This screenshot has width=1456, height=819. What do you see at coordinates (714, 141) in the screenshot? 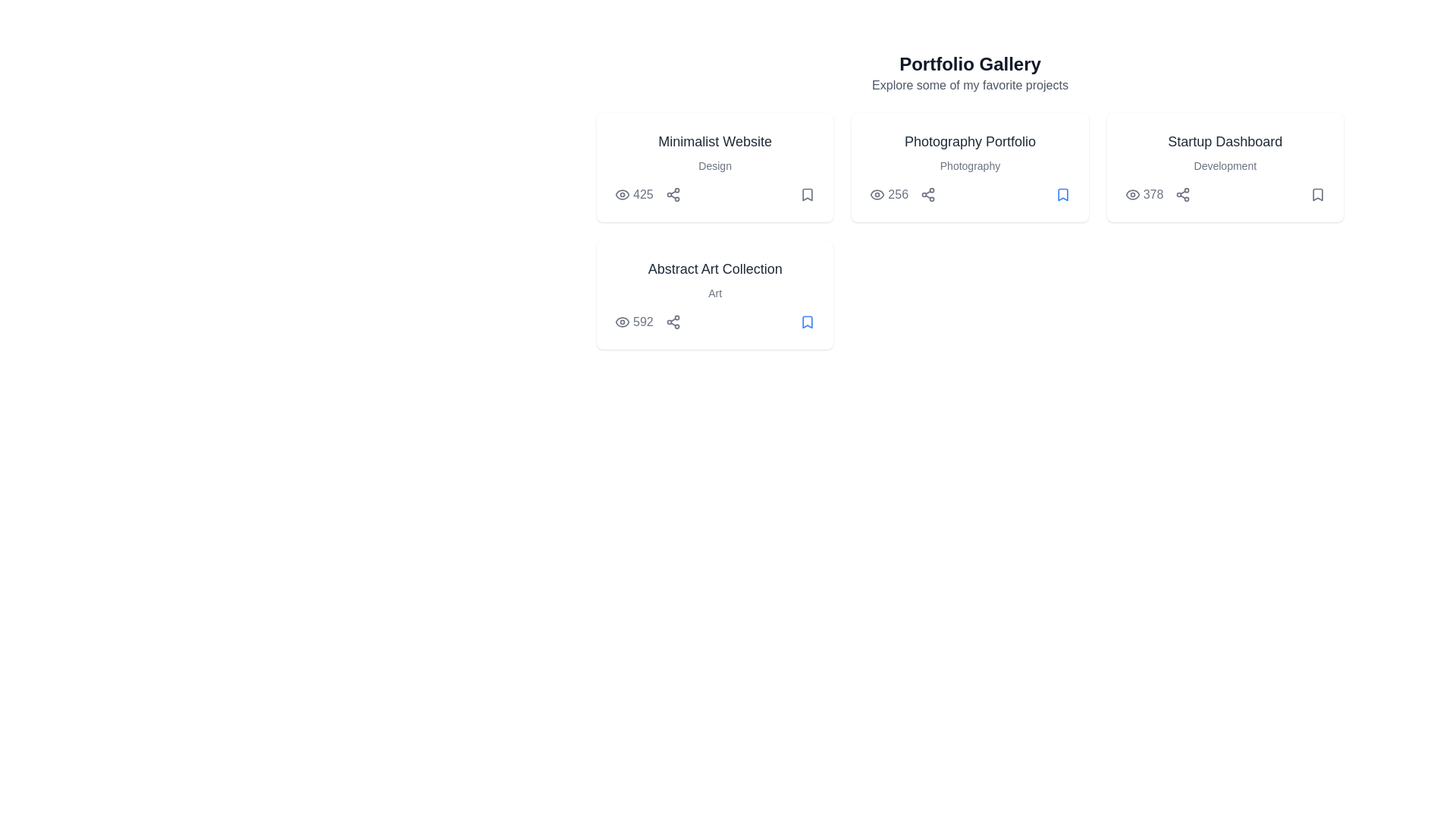
I see `title label of the card located at the top-left of the four card layout, which identifies the project or entity represented by the card` at bounding box center [714, 141].